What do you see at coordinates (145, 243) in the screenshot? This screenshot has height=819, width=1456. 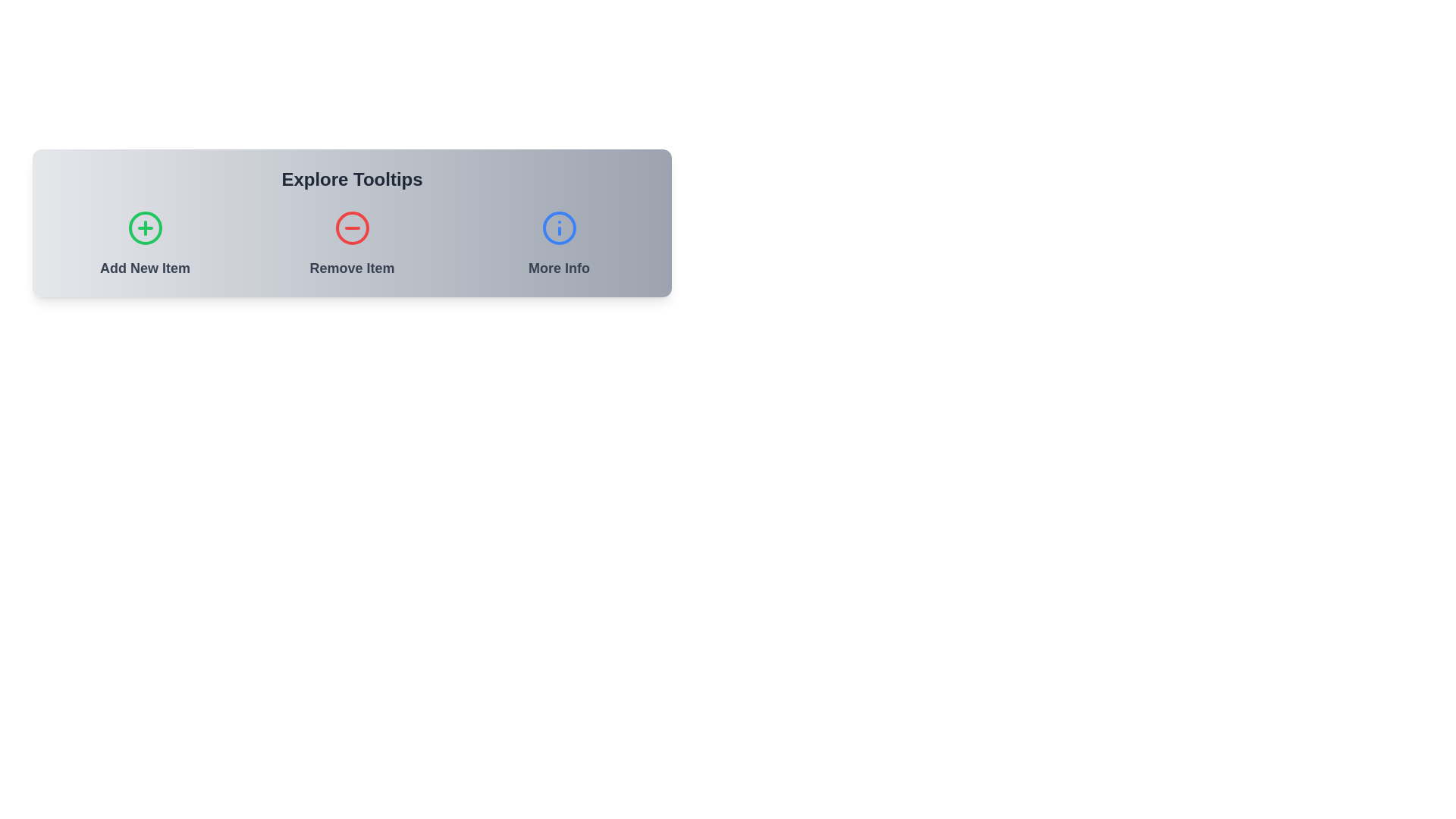 I see `the 'Add New Item' button located on the far left of the interface` at bounding box center [145, 243].